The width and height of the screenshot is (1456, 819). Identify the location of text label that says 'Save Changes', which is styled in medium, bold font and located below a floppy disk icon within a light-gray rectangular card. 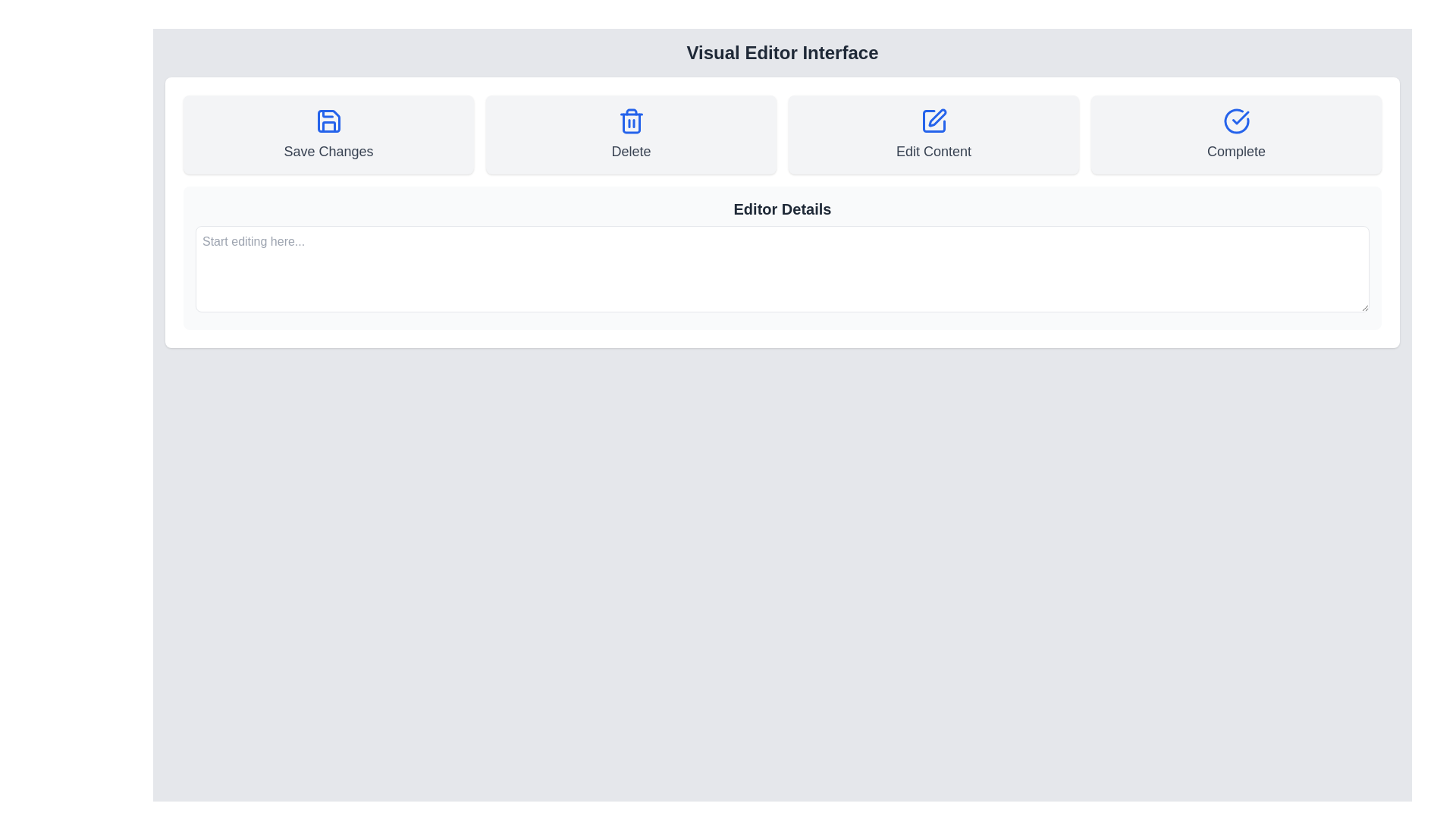
(328, 152).